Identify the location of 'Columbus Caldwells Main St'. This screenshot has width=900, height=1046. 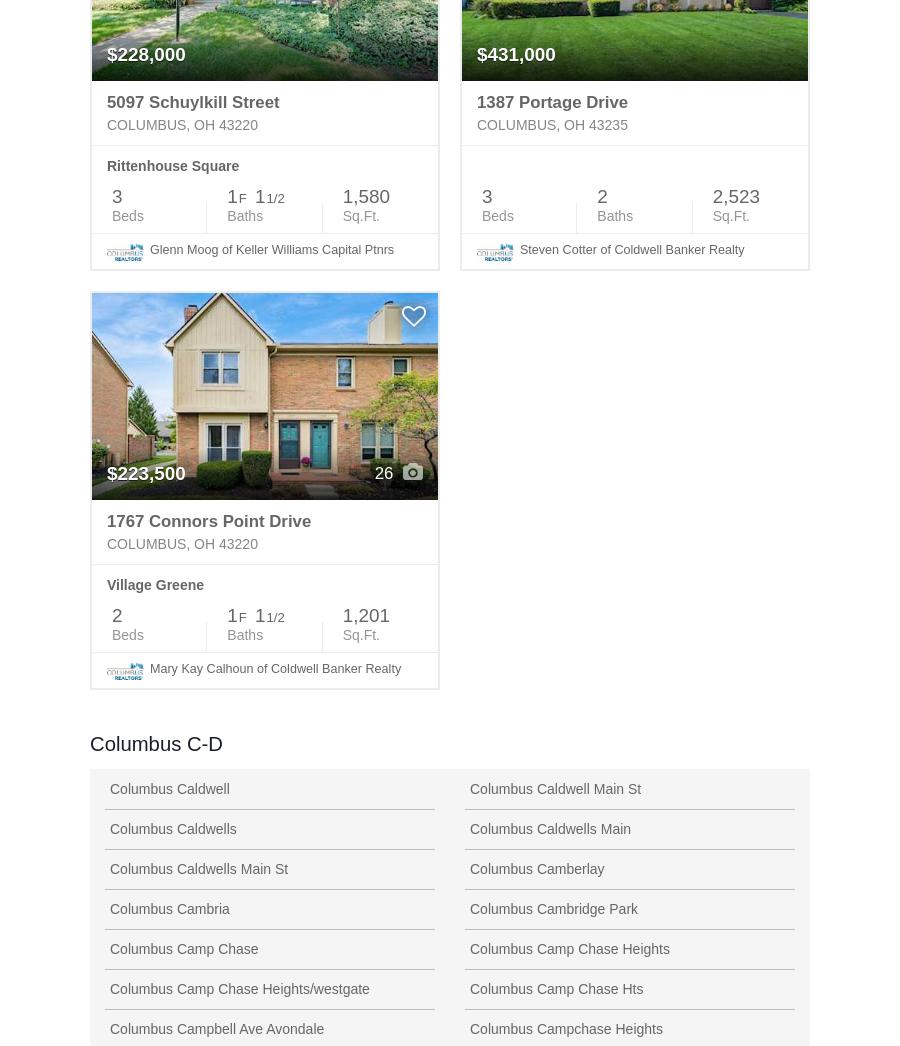
(198, 866).